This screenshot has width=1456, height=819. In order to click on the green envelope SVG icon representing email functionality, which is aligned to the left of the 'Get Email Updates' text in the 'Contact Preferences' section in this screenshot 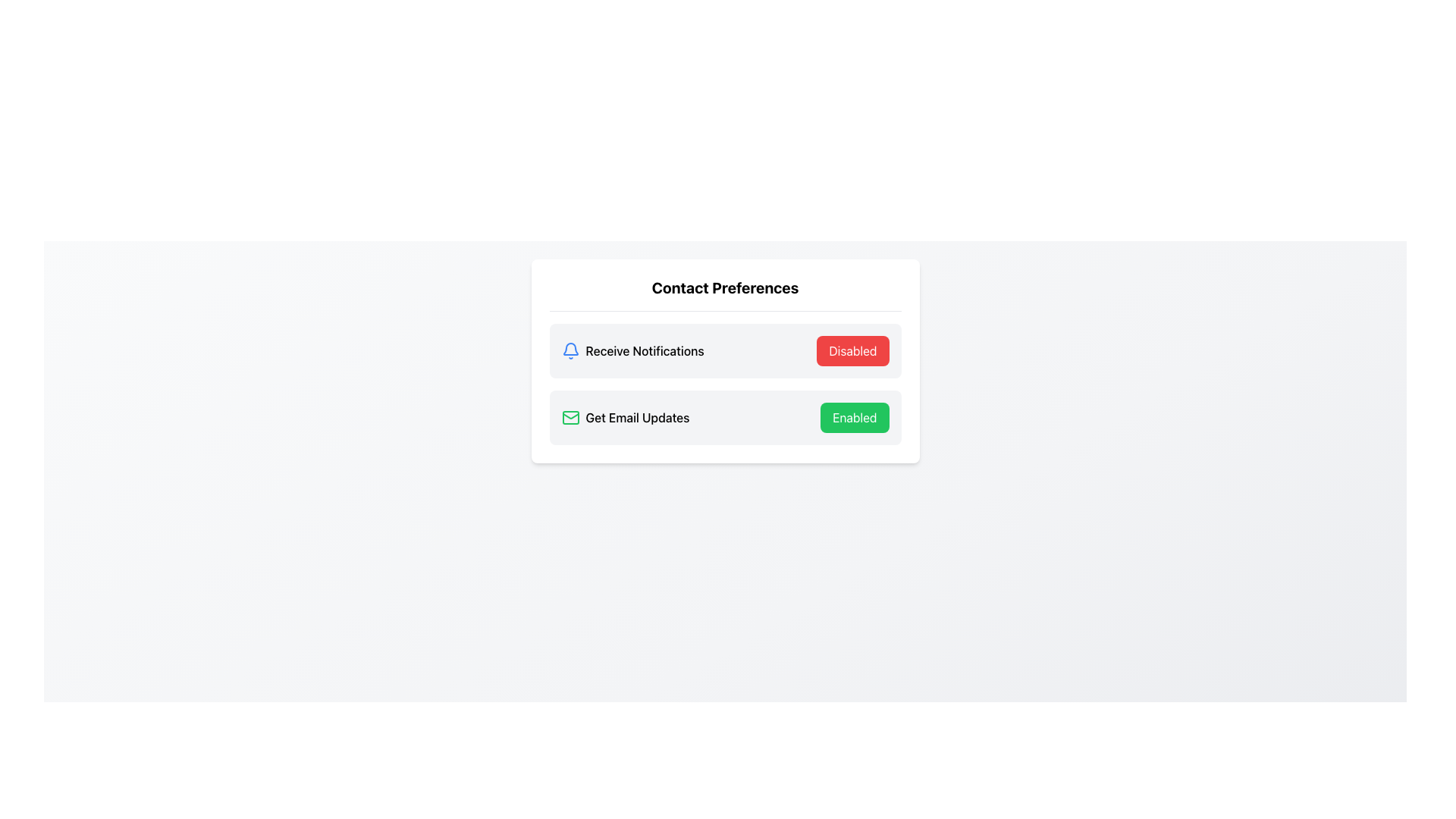, I will do `click(570, 418)`.